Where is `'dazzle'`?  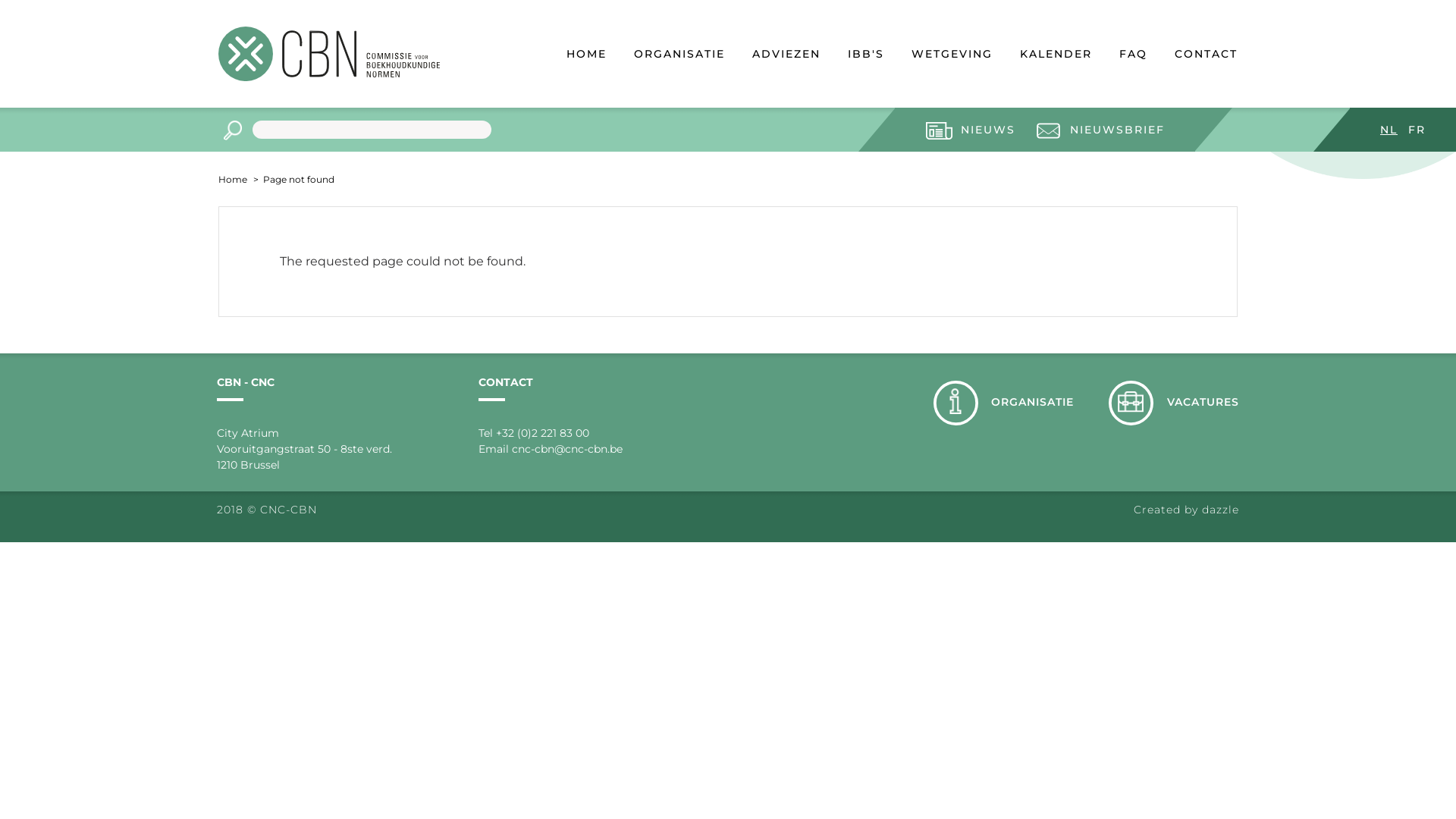
'dazzle' is located at coordinates (1220, 509).